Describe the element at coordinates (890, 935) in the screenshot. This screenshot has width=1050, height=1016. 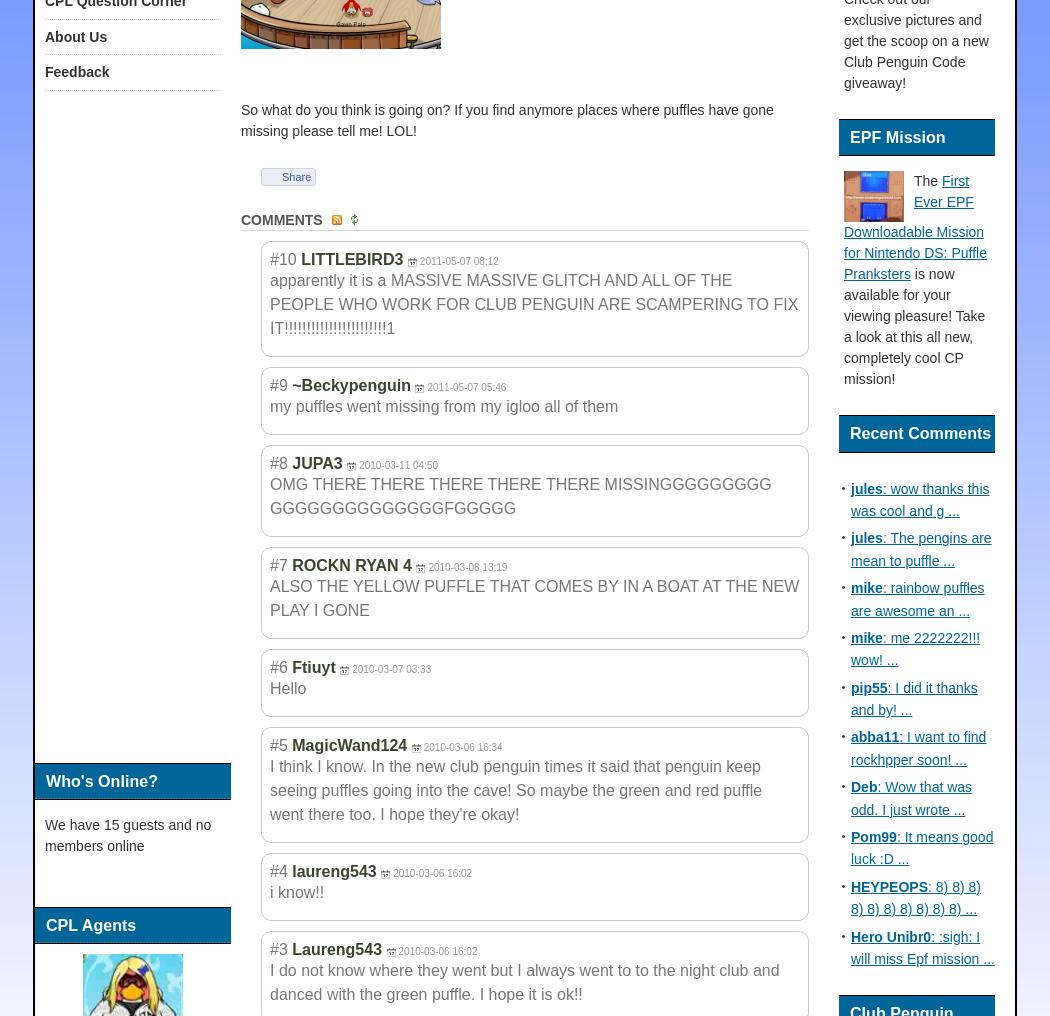
I see `'Hero Unibr0'` at that location.